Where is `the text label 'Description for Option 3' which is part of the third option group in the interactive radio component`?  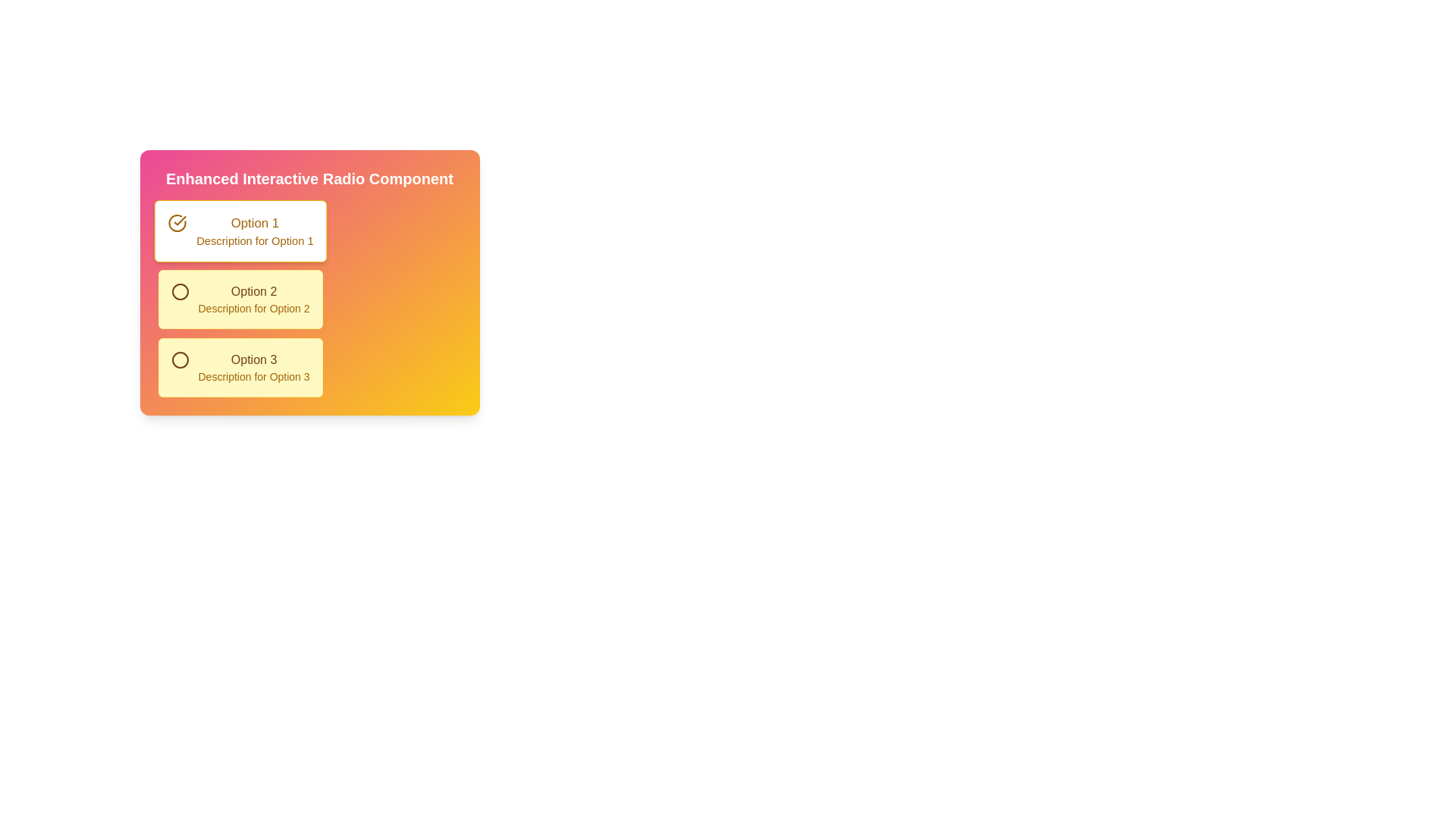 the text label 'Description for Option 3' which is part of the third option group in the interactive radio component is located at coordinates (254, 376).